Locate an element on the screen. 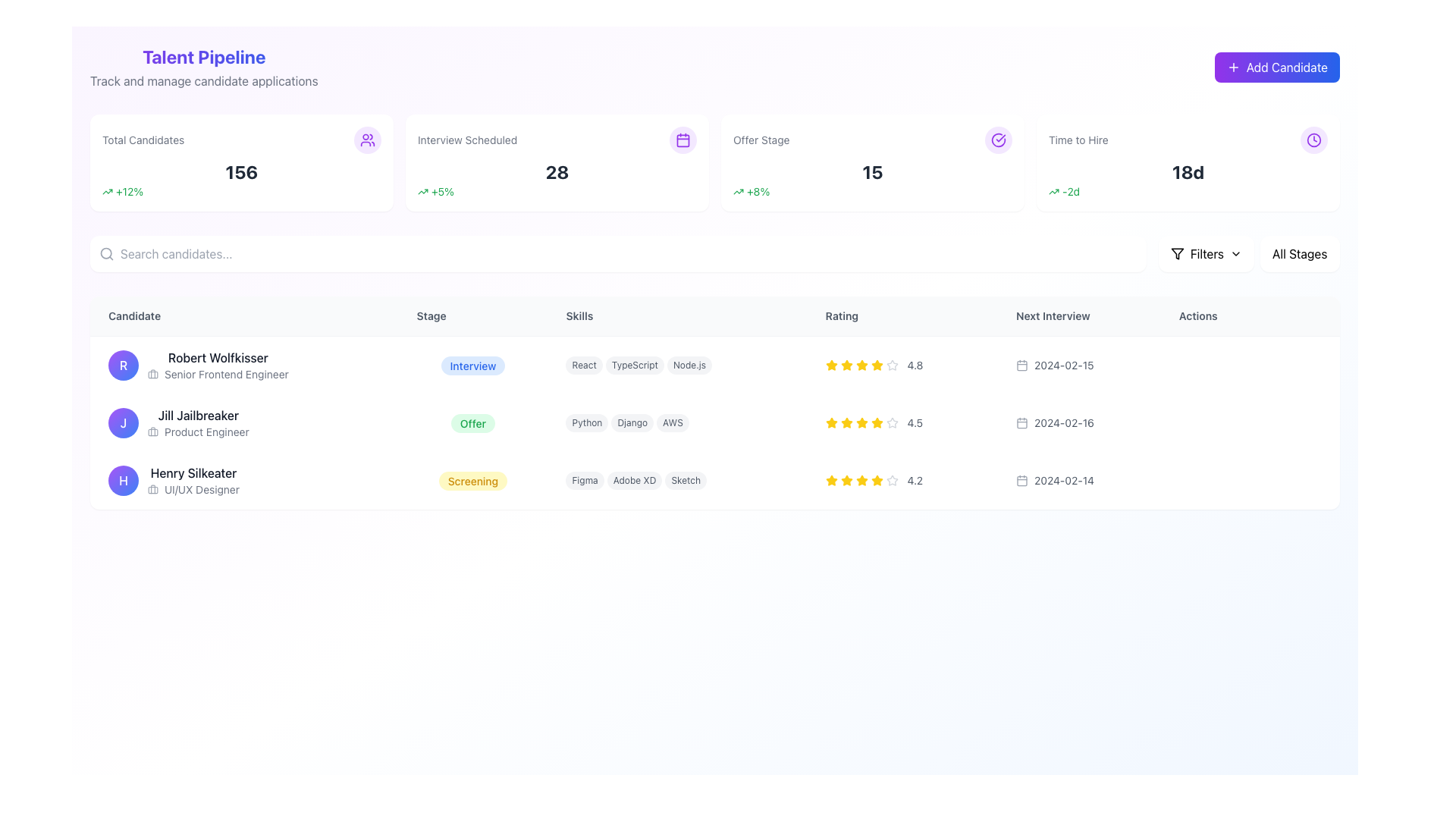 The height and width of the screenshot is (819, 1456). date displayed in the 'Next Interview' column for the candidate named 'Henry Silkeater' is located at coordinates (1078, 480).